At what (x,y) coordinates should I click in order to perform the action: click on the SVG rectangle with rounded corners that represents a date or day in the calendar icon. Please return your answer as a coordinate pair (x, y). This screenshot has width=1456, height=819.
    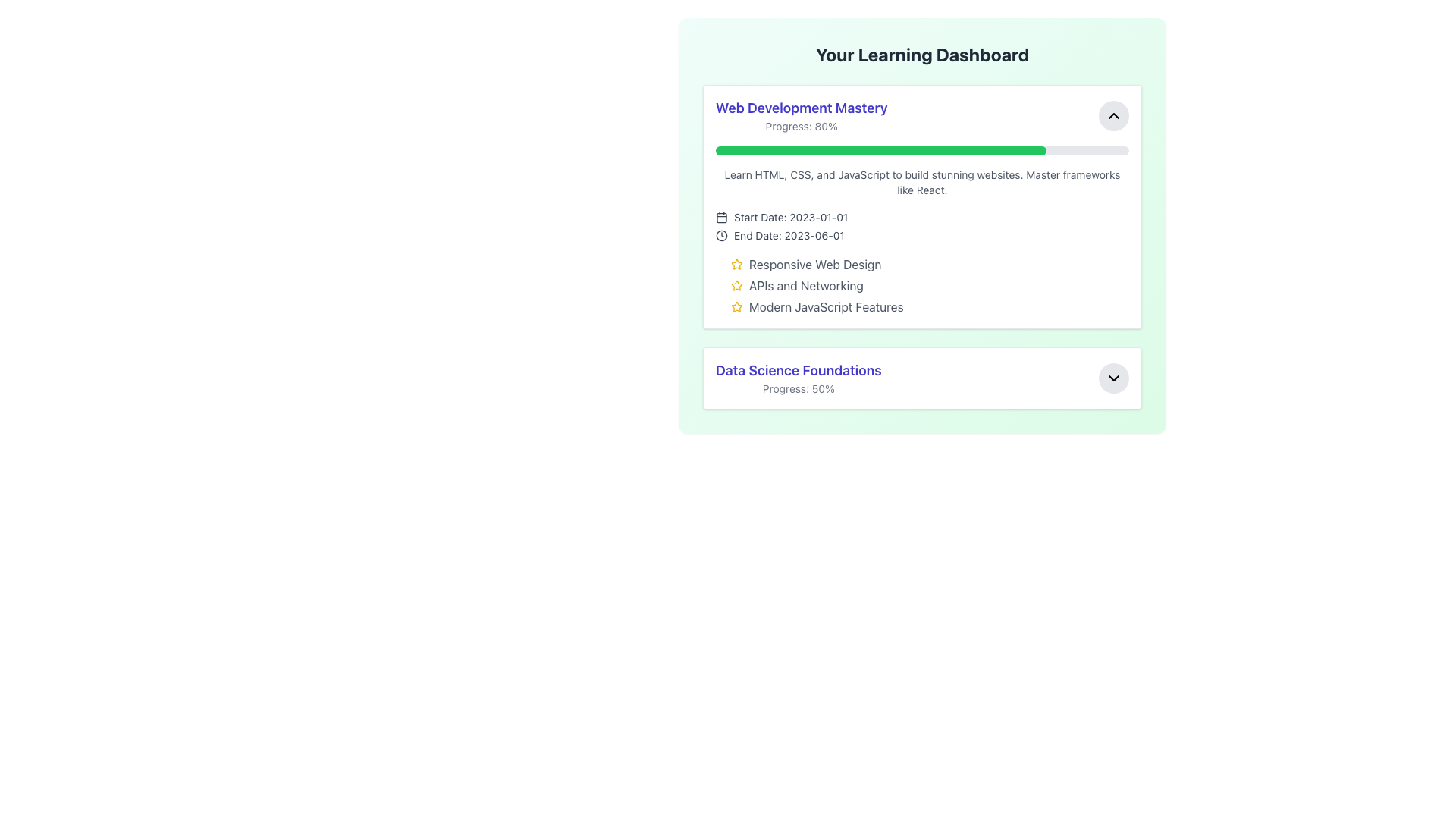
    Looking at the image, I should click on (720, 217).